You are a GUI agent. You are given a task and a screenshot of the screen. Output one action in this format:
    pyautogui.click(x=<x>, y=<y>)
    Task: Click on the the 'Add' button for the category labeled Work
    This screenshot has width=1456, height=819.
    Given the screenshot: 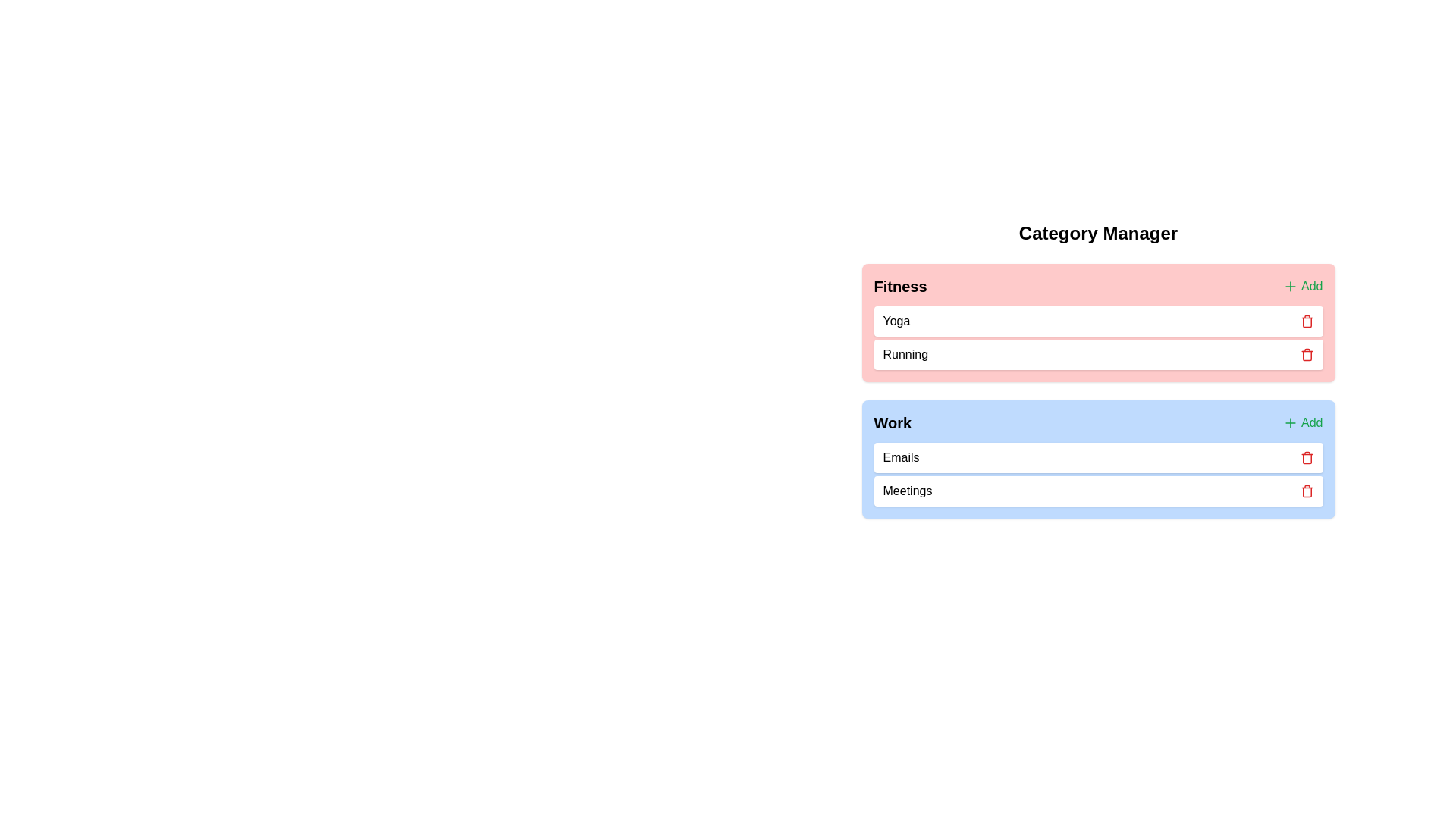 What is the action you would take?
    pyautogui.click(x=1302, y=423)
    